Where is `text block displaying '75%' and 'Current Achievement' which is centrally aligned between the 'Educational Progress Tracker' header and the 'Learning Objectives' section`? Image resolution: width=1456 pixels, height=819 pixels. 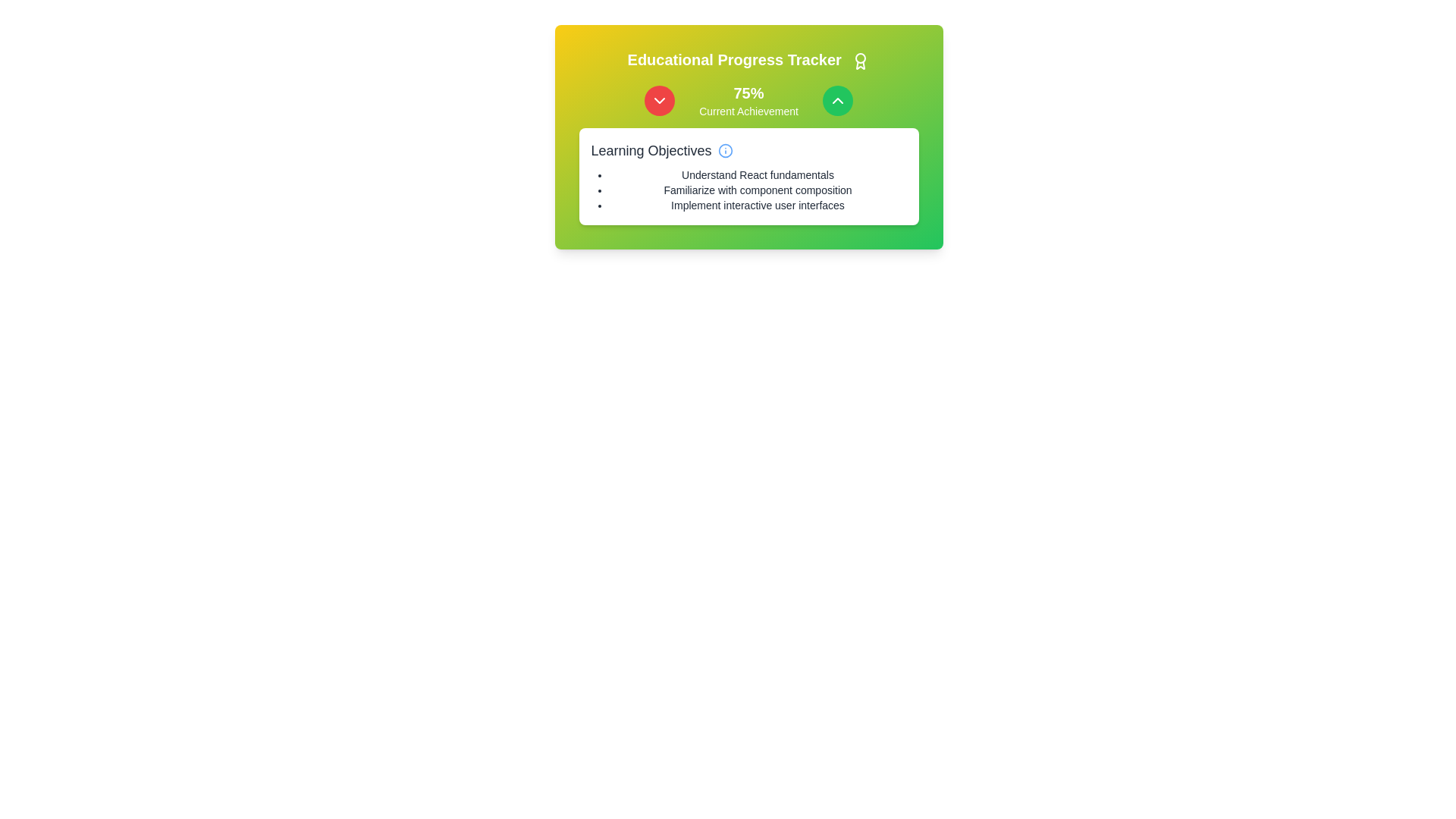 text block displaying '75%' and 'Current Achievement' which is centrally aligned between the 'Educational Progress Tracker' header and the 'Learning Objectives' section is located at coordinates (748, 100).